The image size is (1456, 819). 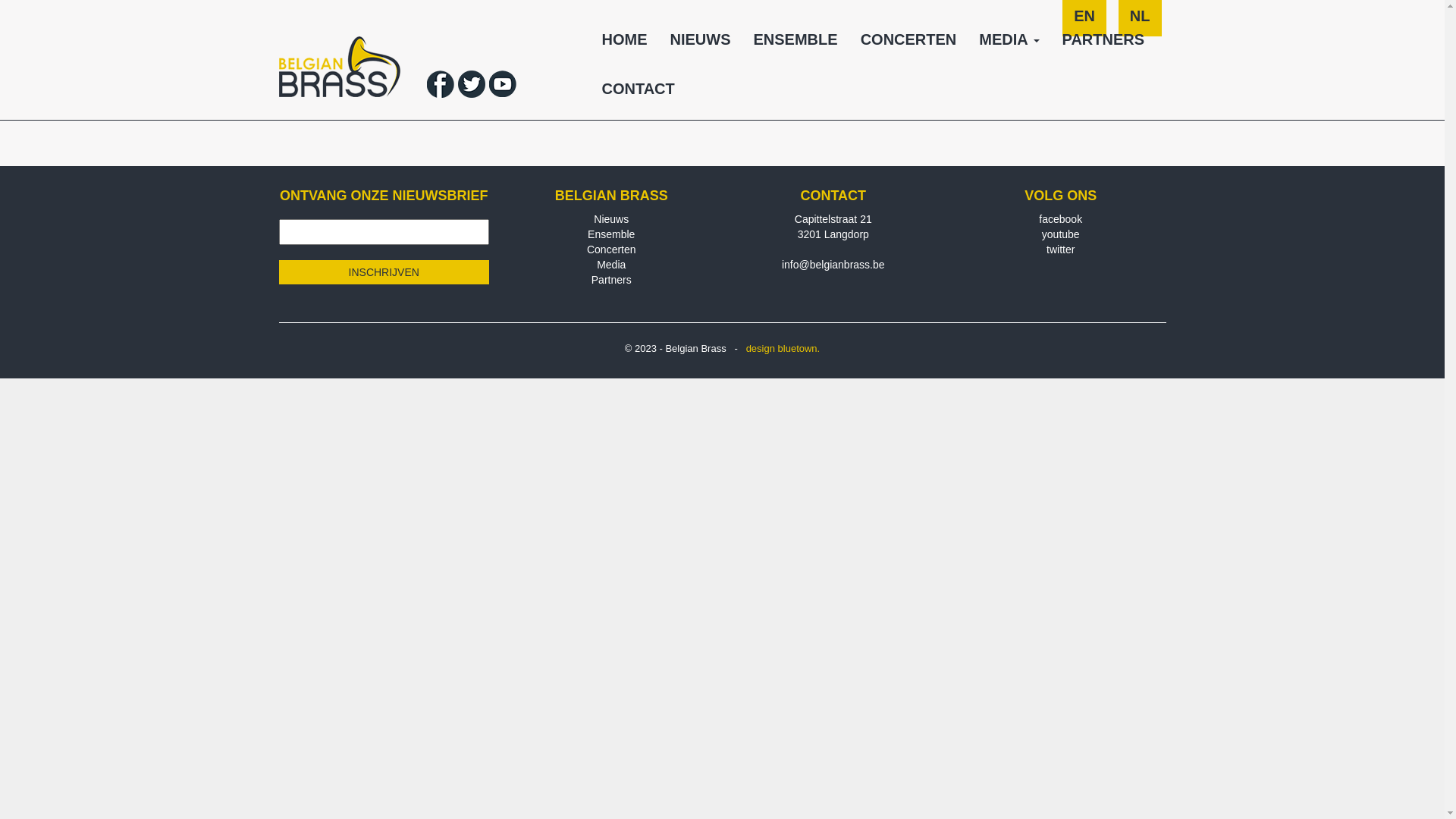 What do you see at coordinates (1037, 219) in the screenshot?
I see `'facebook'` at bounding box center [1037, 219].